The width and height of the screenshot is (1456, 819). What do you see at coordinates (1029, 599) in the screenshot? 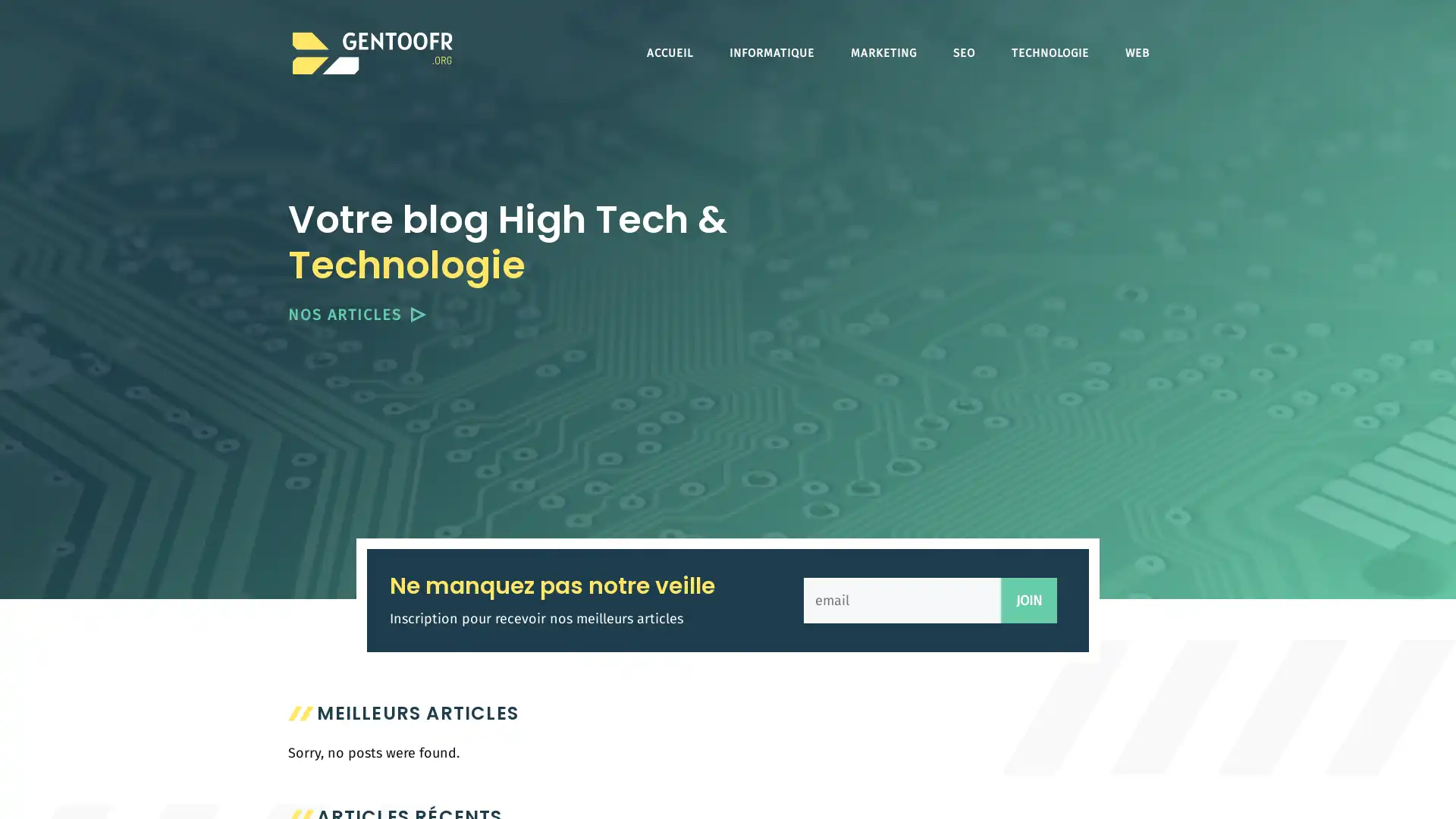
I see `JOIN` at bounding box center [1029, 599].